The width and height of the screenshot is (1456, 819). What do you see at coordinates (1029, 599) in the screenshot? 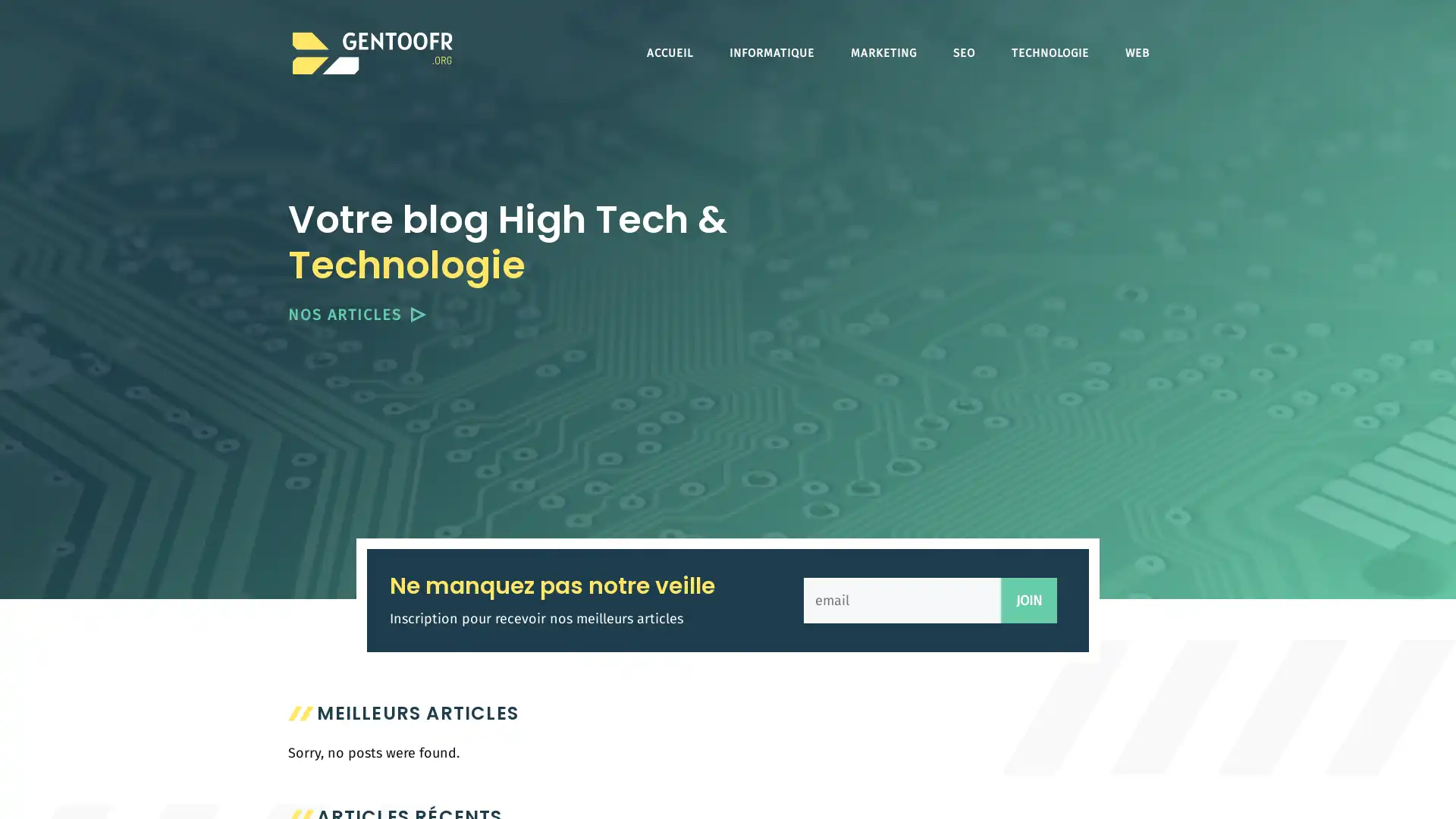
I see `JOIN` at bounding box center [1029, 599].